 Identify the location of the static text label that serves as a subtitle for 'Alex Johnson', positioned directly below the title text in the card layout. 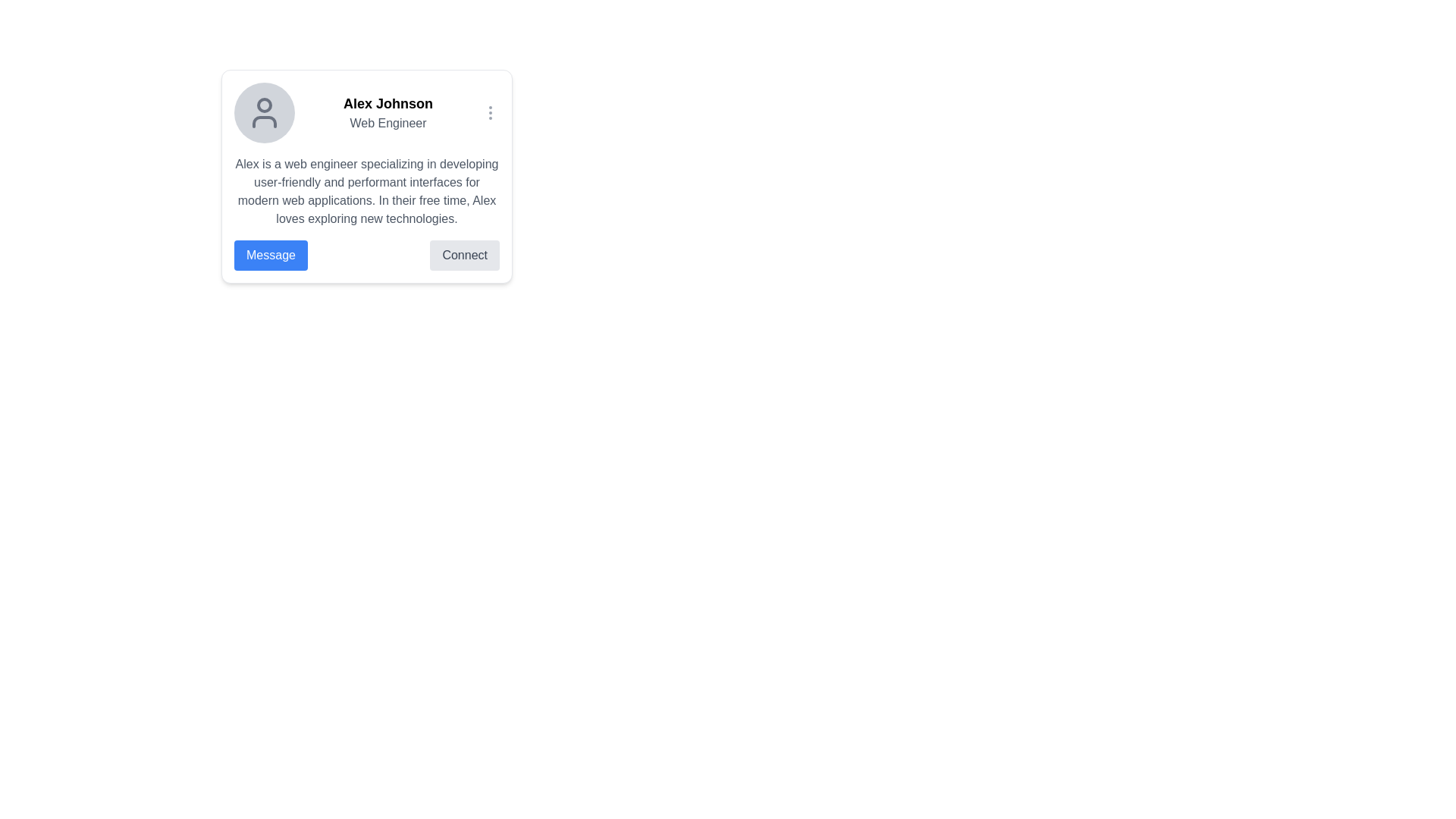
(388, 122).